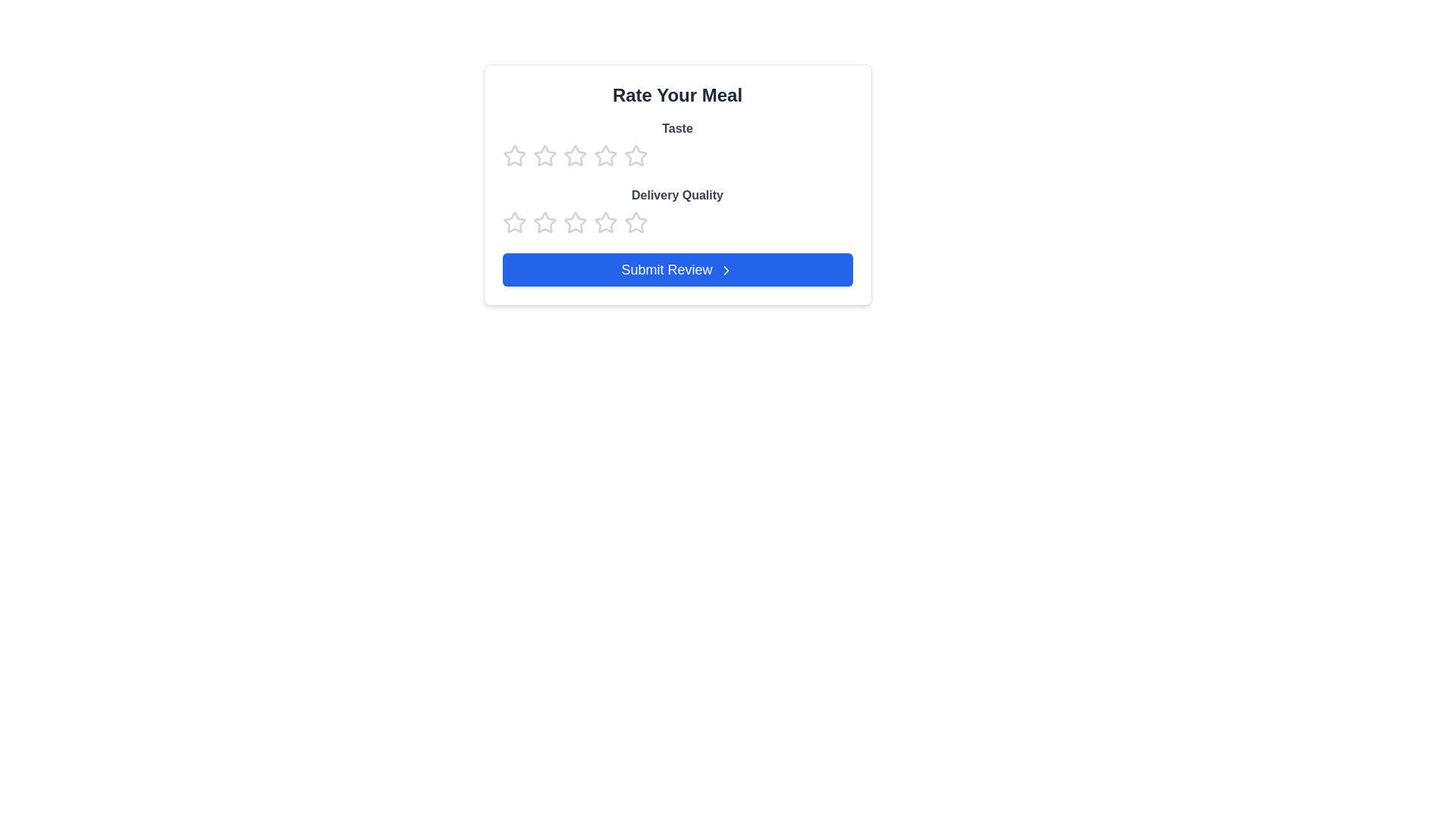  What do you see at coordinates (676, 143) in the screenshot?
I see `the 'Taste' label element located at the top of the rating section` at bounding box center [676, 143].